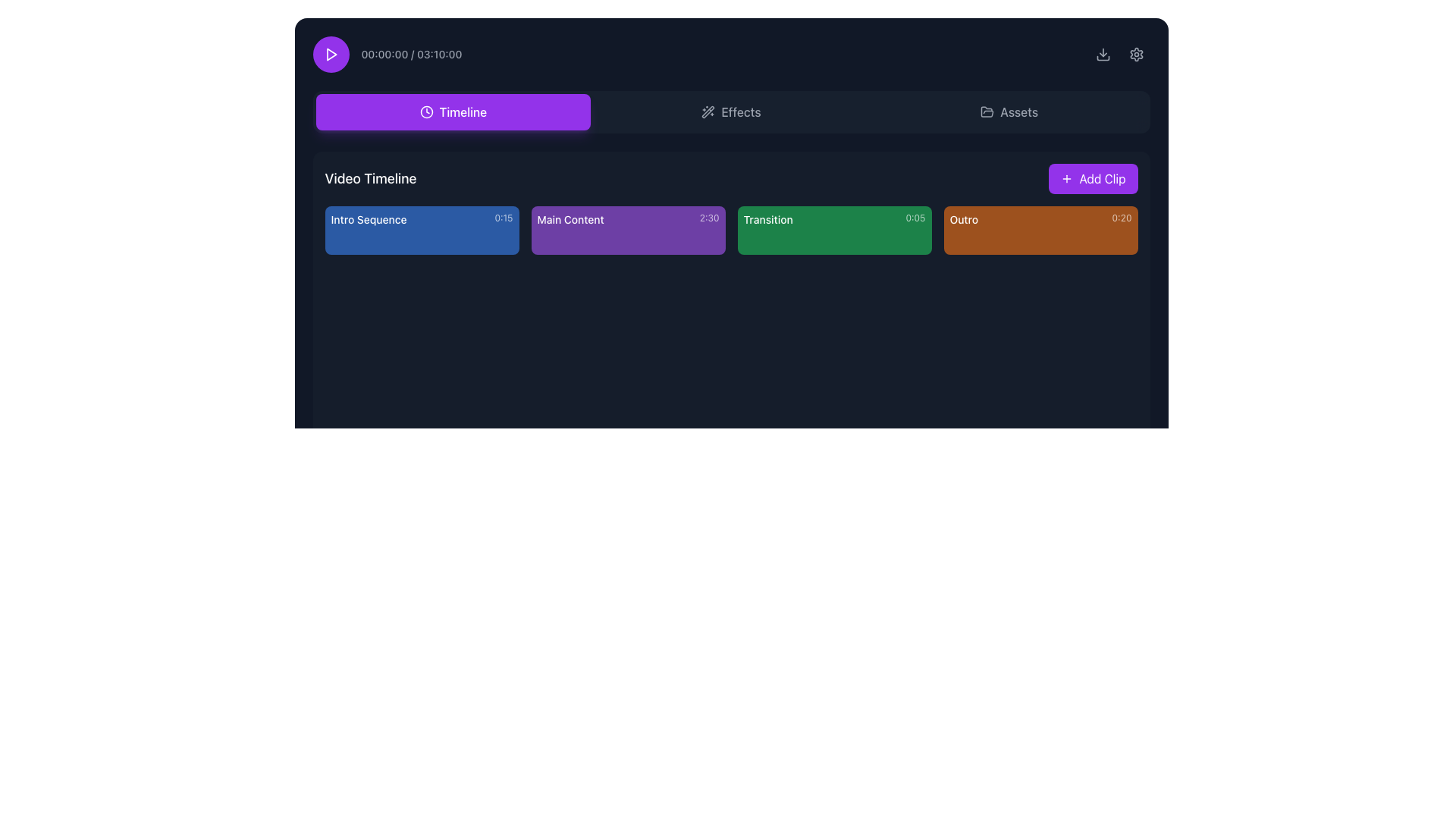 Image resolution: width=1456 pixels, height=819 pixels. What do you see at coordinates (1040, 219) in the screenshot?
I see `the orange horizontal bar labeled 'Outro' with the timestamp '0:20' to focus or select it` at bounding box center [1040, 219].